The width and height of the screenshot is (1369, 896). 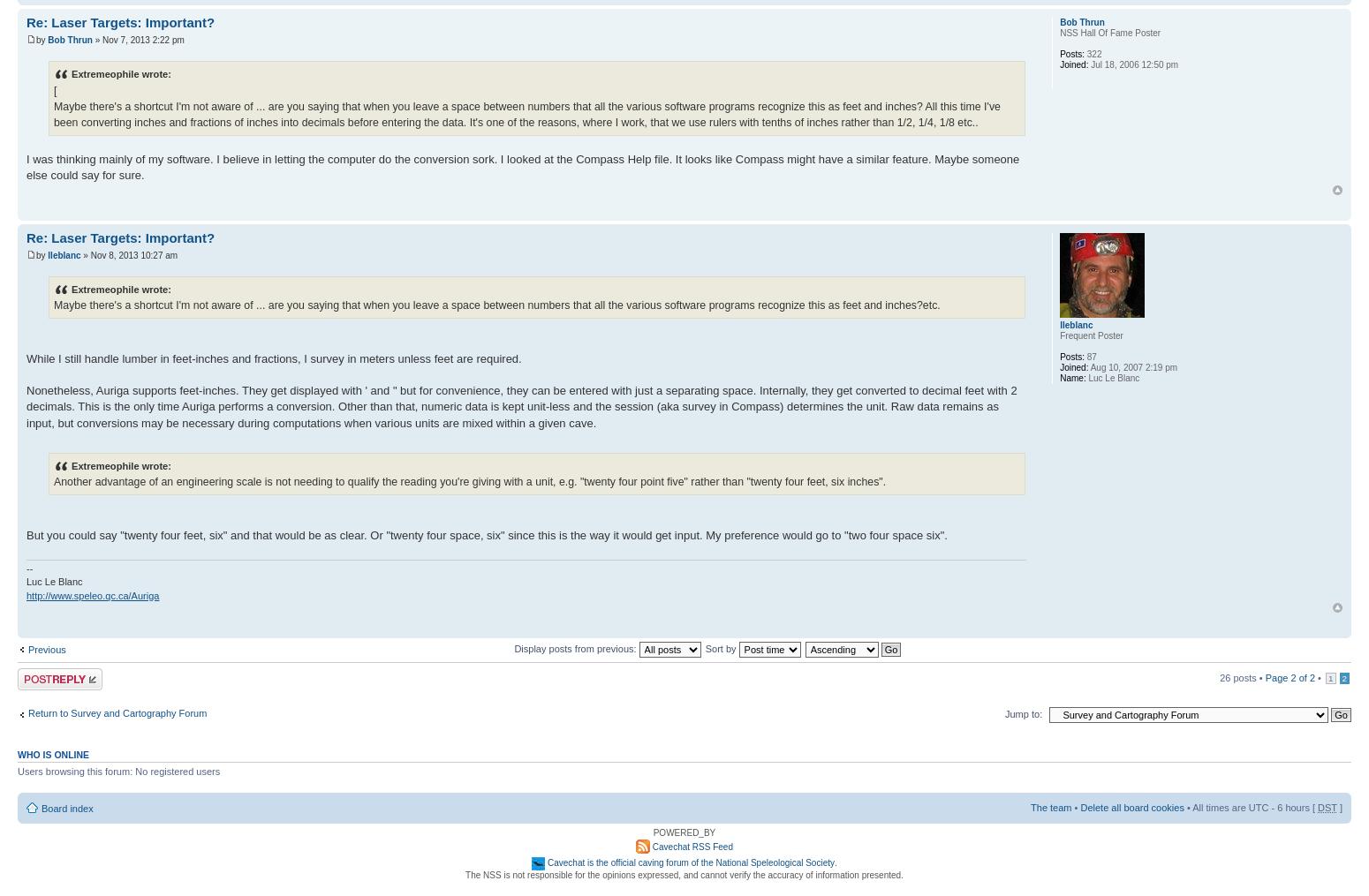 What do you see at coordinates (1109, 31) in the screenshot?
I see `'NSS Hall Of Fame Poster'` at bounding box center [1109, 31].